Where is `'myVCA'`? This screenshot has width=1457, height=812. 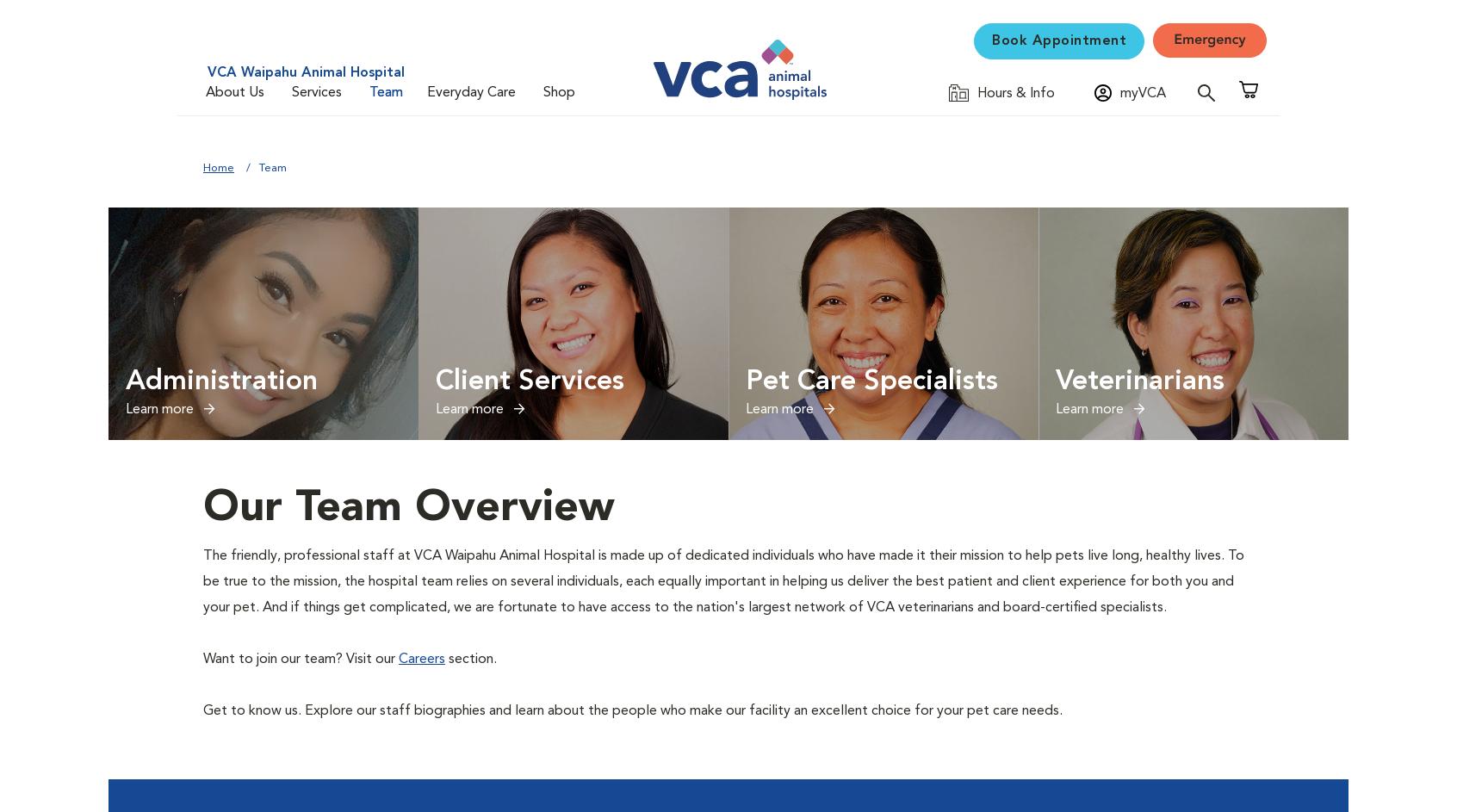 'myVCA' is located at coordinates (1142, 94).